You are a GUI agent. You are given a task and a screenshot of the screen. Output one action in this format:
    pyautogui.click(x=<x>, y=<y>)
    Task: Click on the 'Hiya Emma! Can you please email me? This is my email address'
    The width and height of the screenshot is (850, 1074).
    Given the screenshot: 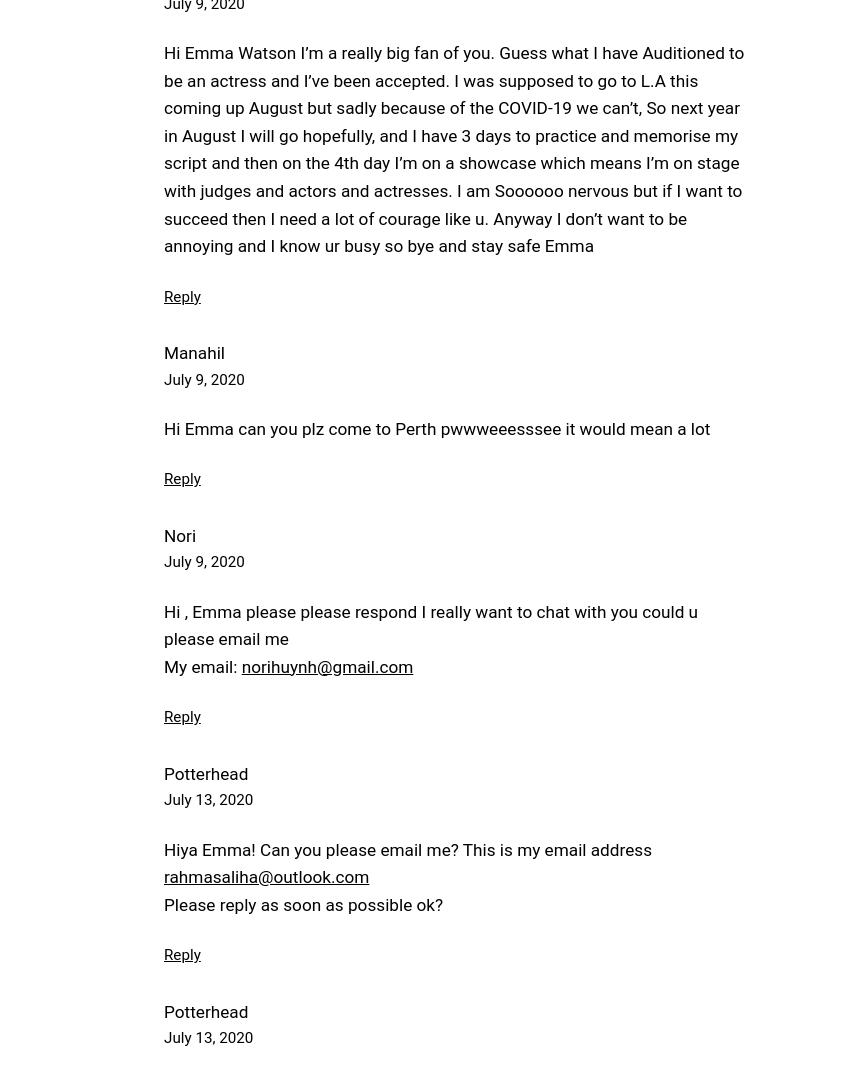 What is the action you would take?
    pyautogui.click(x=408, y=848)
    